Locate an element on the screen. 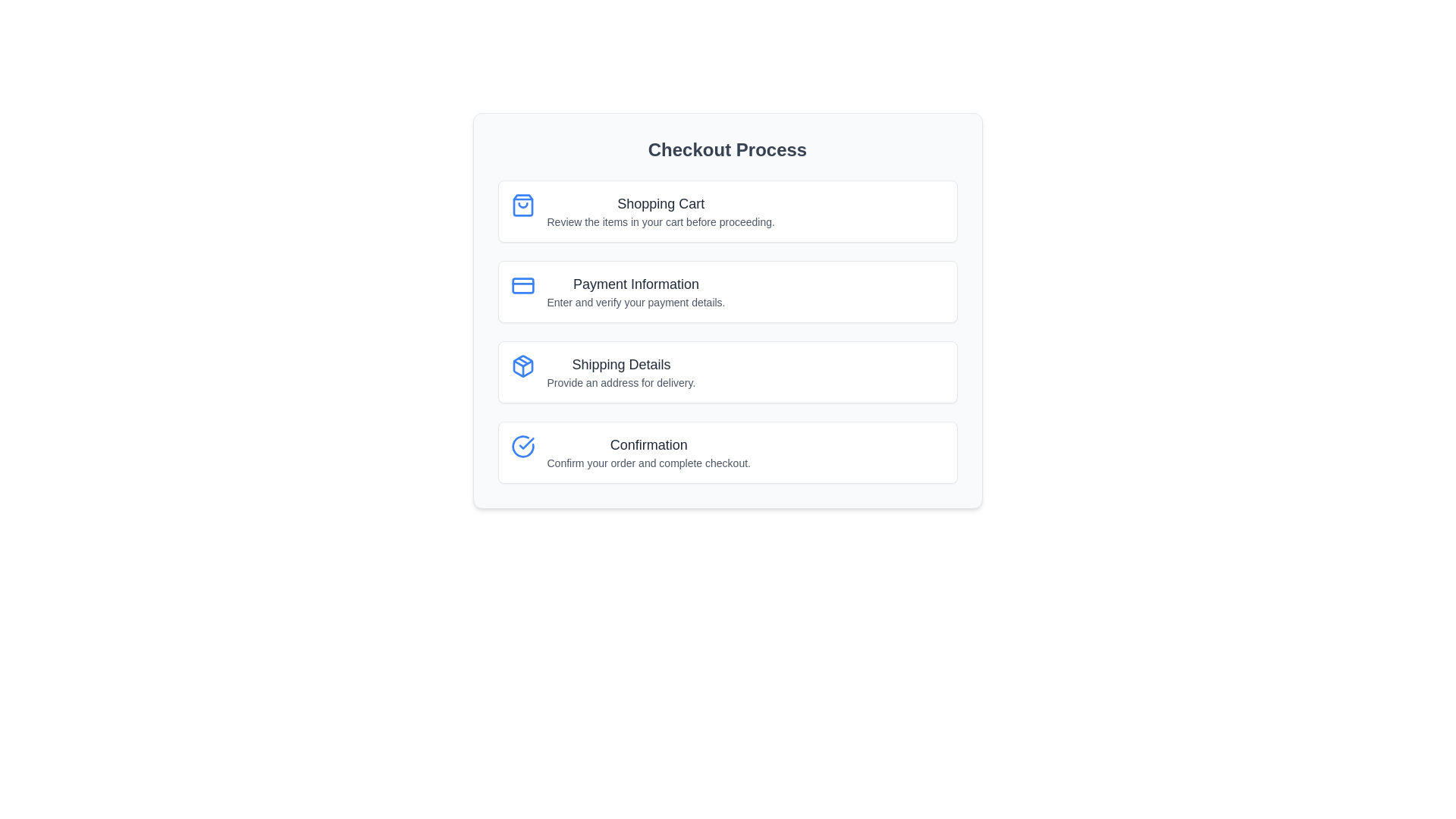 Image resolution: width=1456 pixels, height=819 pixels. the informational text element that displays 'Shopping Cart' and 'Review the items in your cart before proceeding.' in the Checkout Process card is located at coordinates (661, 211).